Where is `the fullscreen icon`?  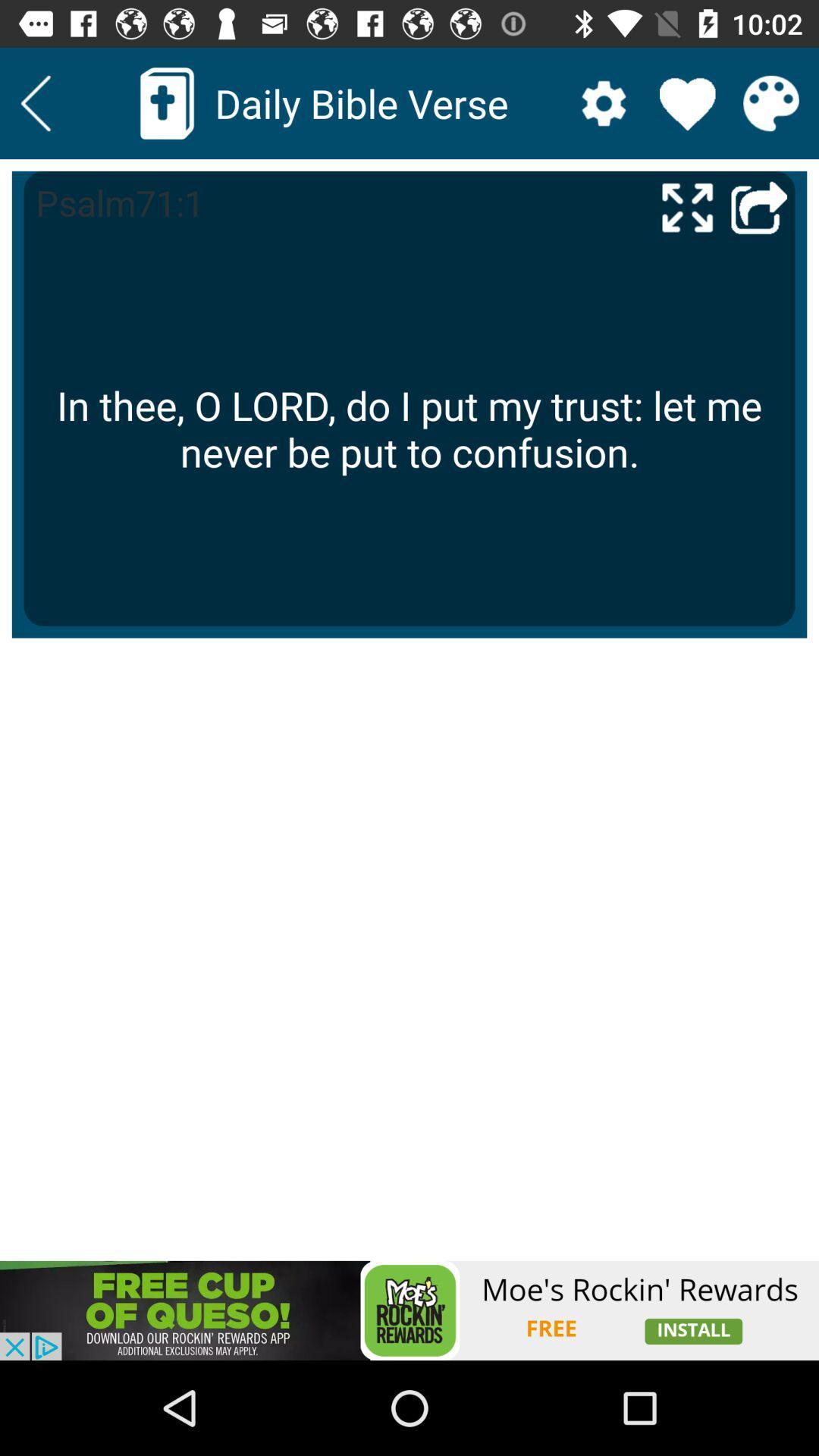 the fullscreen icon is located at coordinates (687, 206).